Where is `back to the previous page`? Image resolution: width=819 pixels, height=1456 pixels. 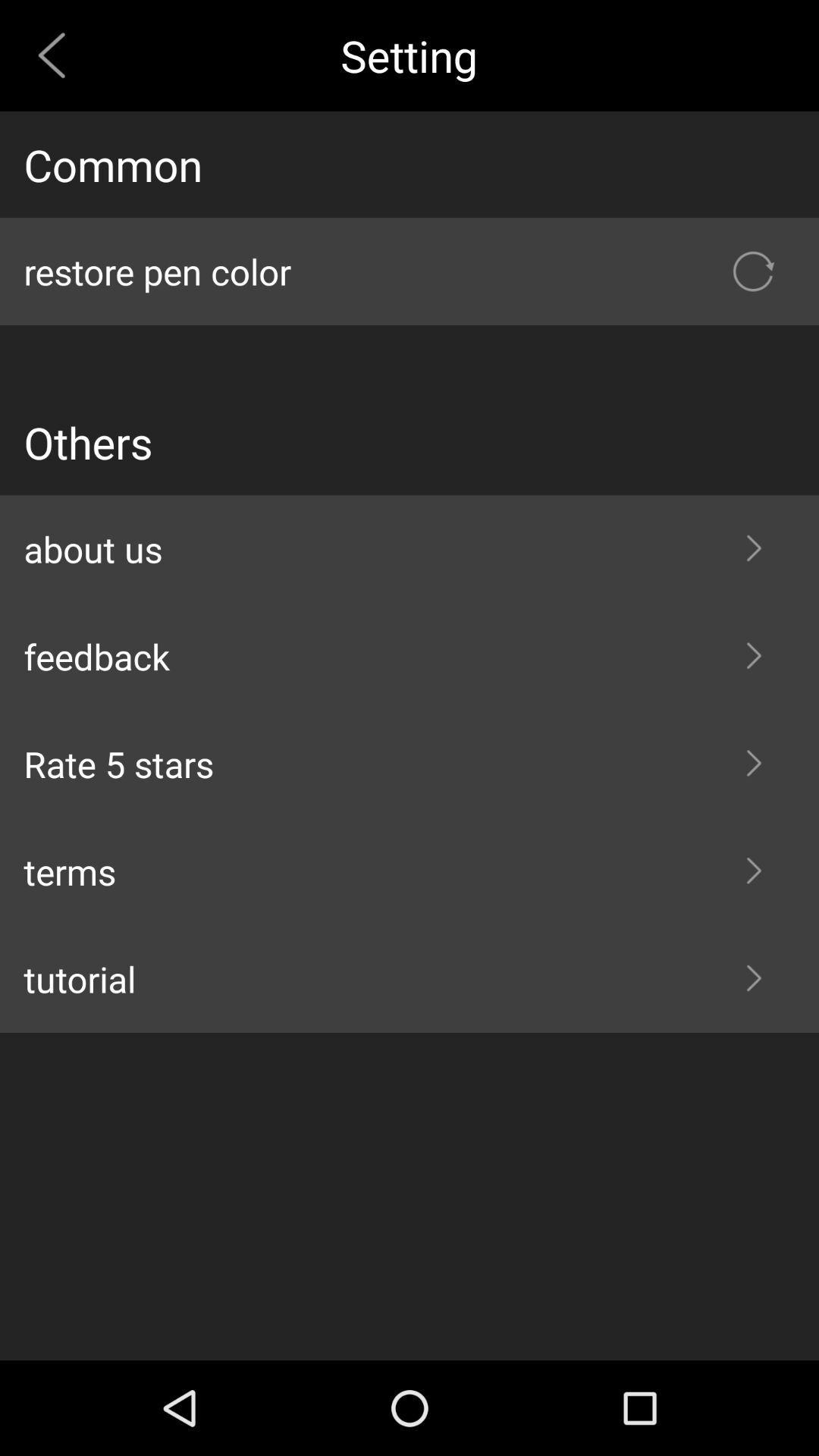 back to the previous page is located at coordinates (57, 55).